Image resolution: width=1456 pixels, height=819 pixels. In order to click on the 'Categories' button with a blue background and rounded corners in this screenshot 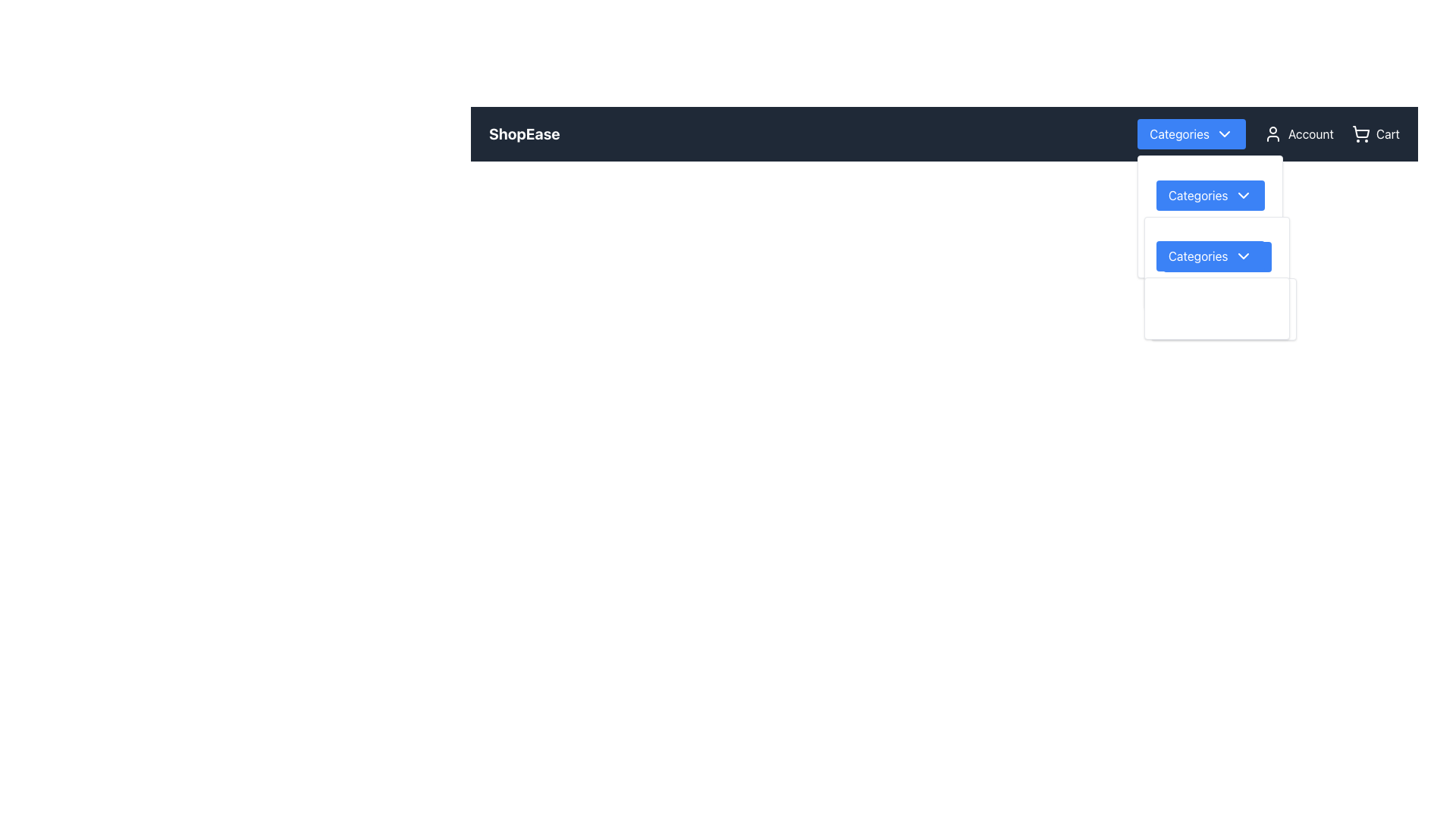, I will do `click(1210, 195)`.